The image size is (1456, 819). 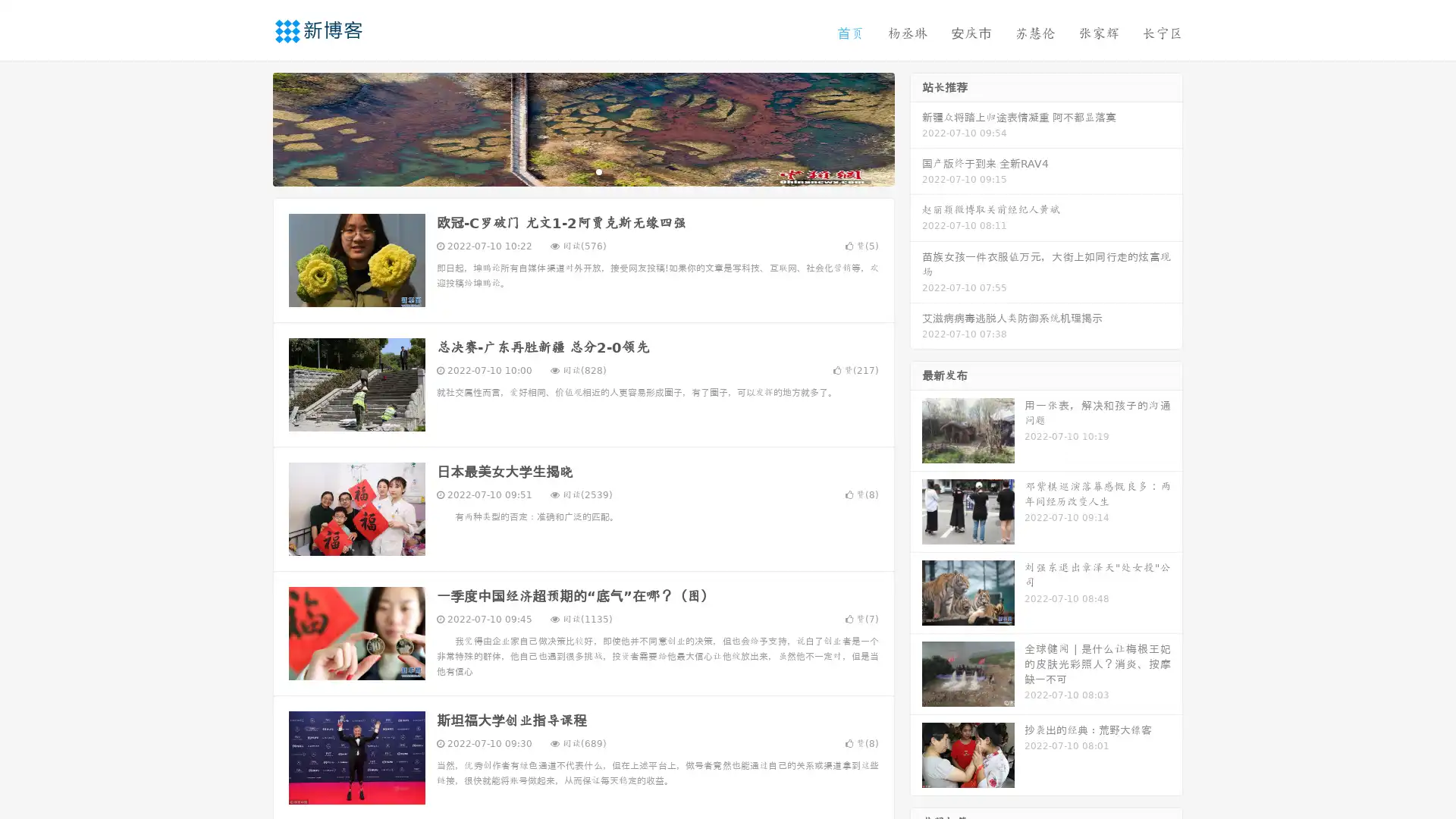 I want to click on Next slide, so click(x=916, y=127).